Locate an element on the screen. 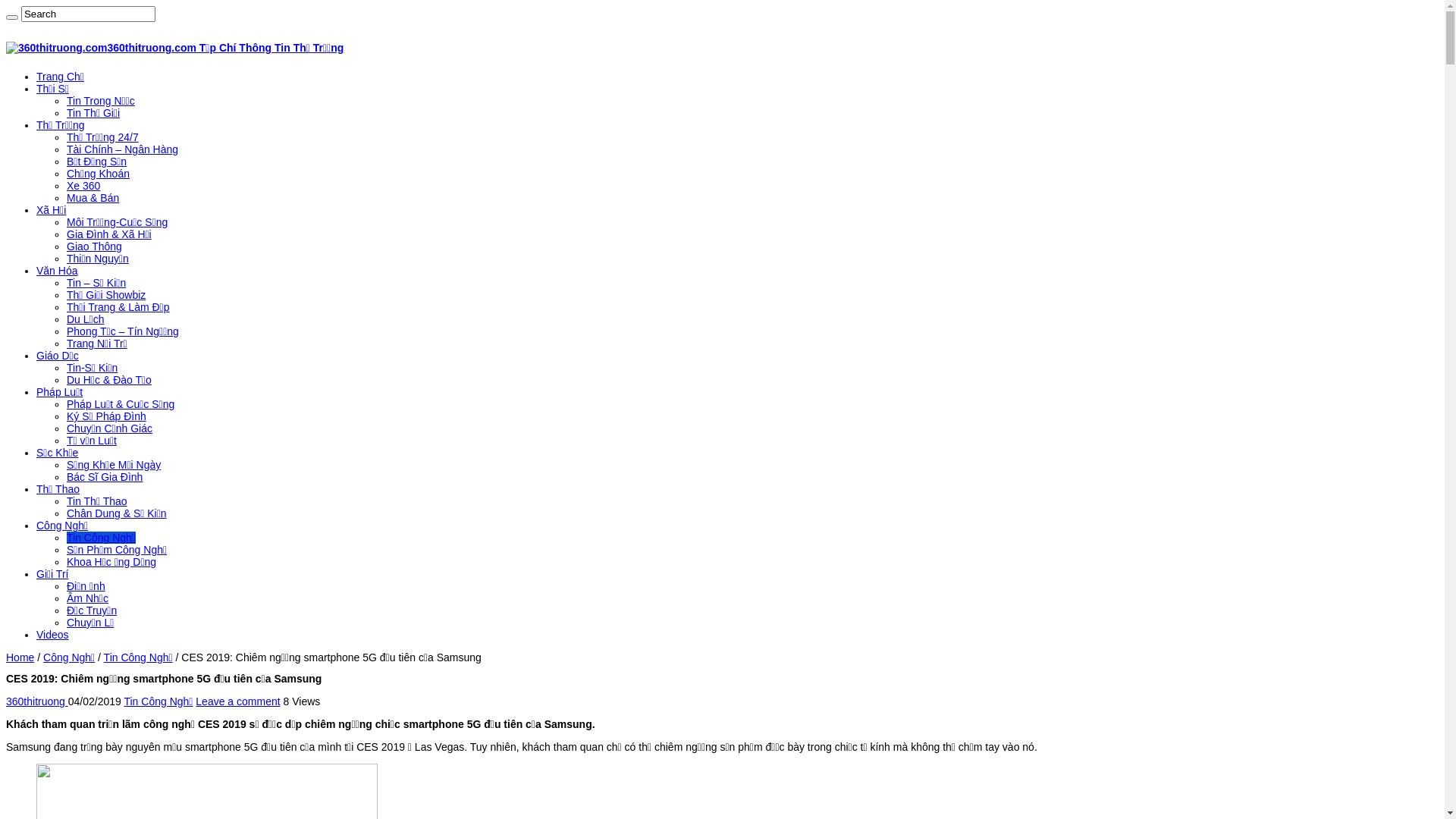  'Search' is located at coordinates (11, 17).